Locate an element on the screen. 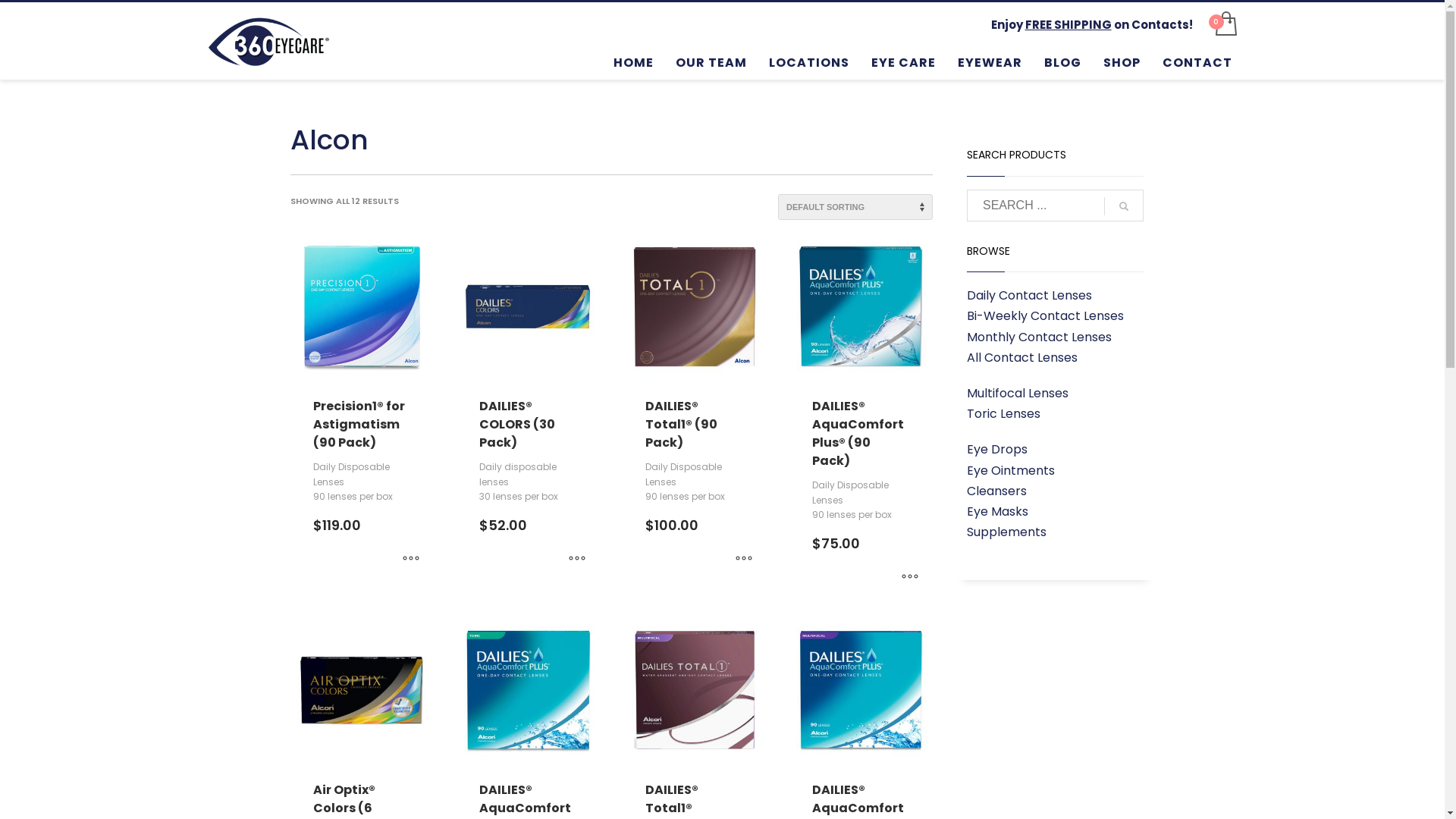 The height and width of the screenshot is (819, 1456). 'EYE CARE' is located at coordinates (903, 61).